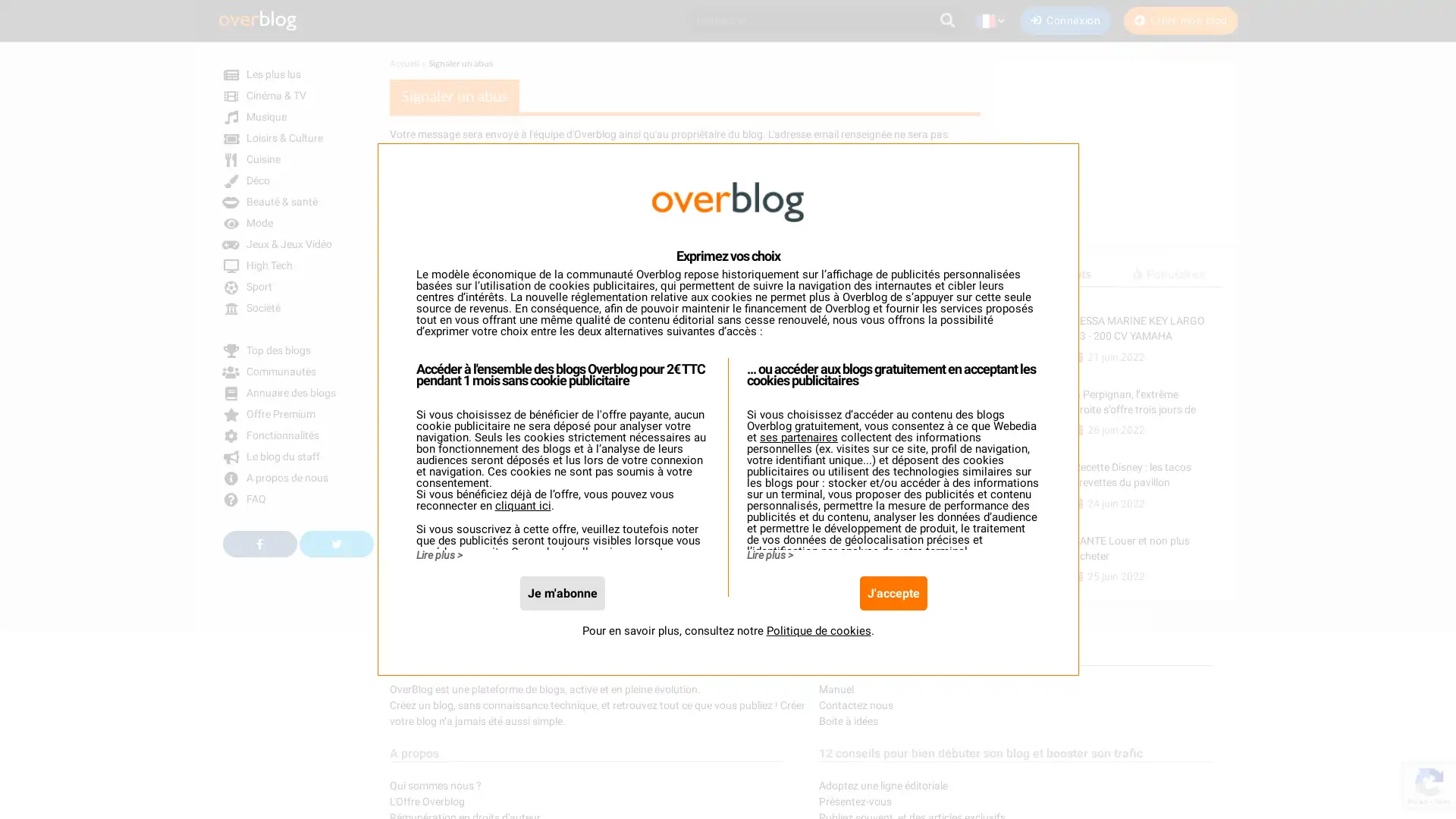 The image size is (1456, 819). What do you see at coordinates (560, 591) in the screenshot?
I see `Je m'abonne` at bounding box center [560, 591].